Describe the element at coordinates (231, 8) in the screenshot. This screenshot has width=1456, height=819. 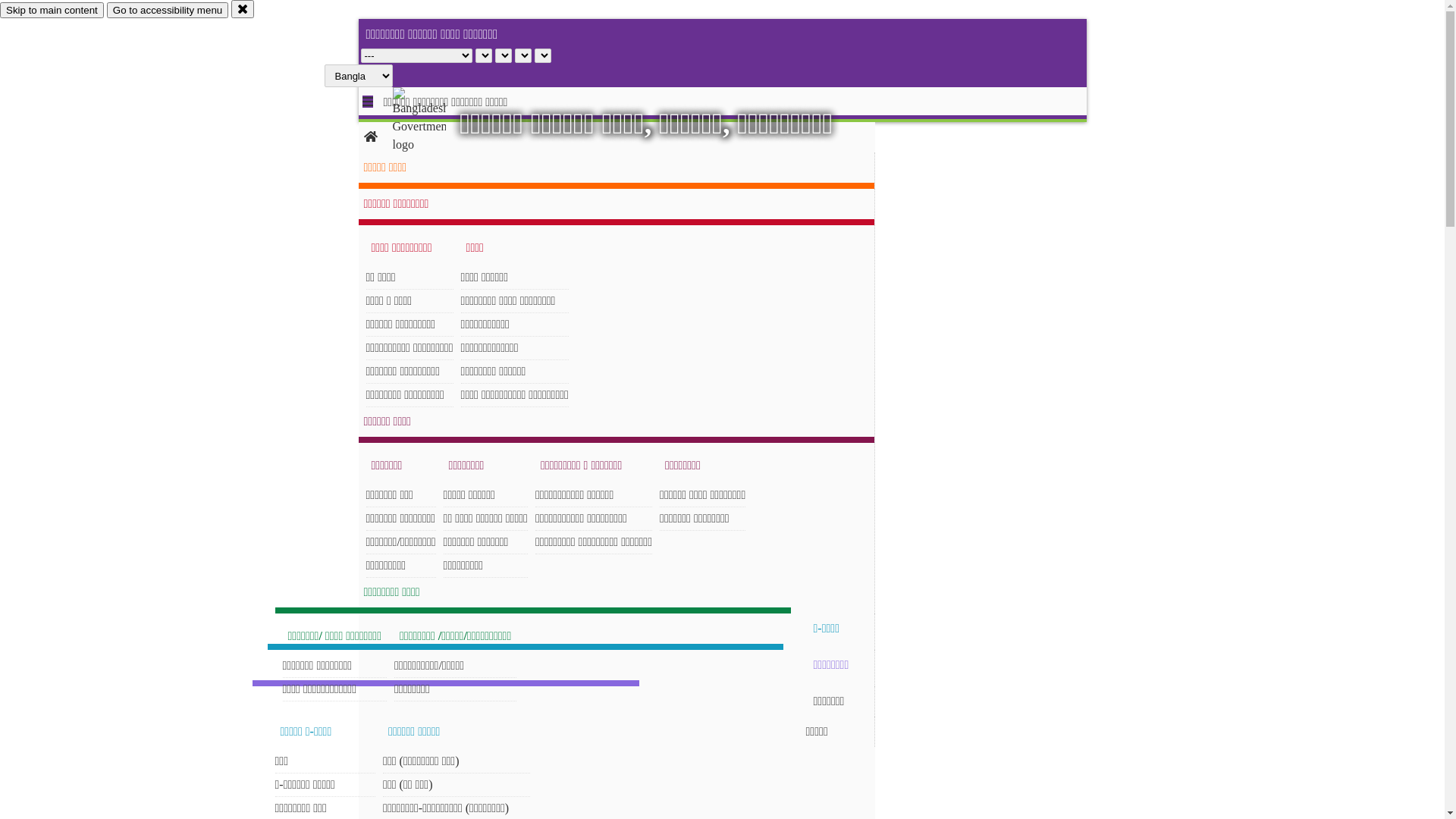
I see `'close'` at that location.